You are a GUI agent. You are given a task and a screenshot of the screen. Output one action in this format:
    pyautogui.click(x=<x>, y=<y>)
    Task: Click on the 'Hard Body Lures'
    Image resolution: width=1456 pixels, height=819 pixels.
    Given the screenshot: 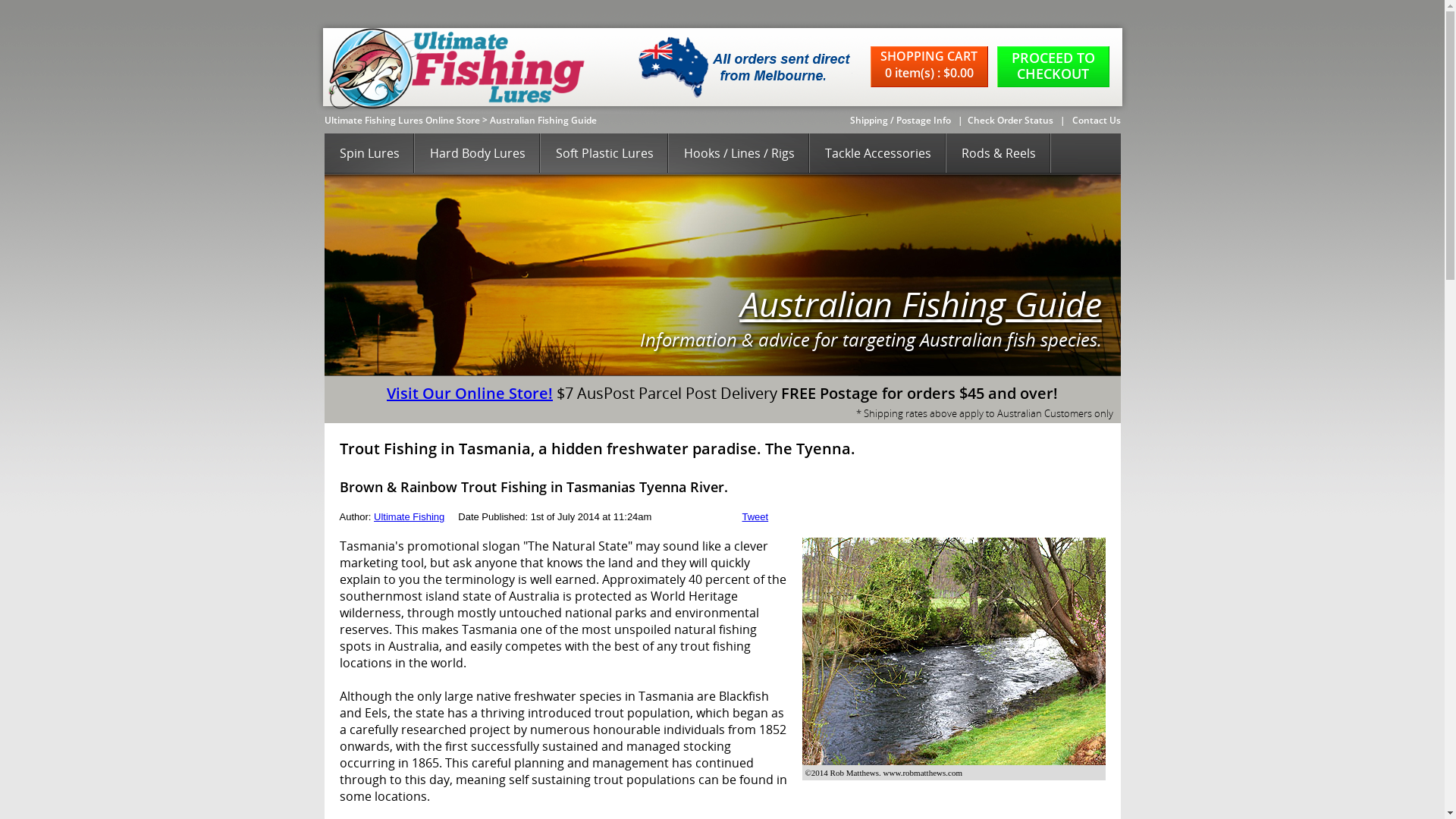 What is the action you would take?
    pyautogui.click(x=475, y=154)
    